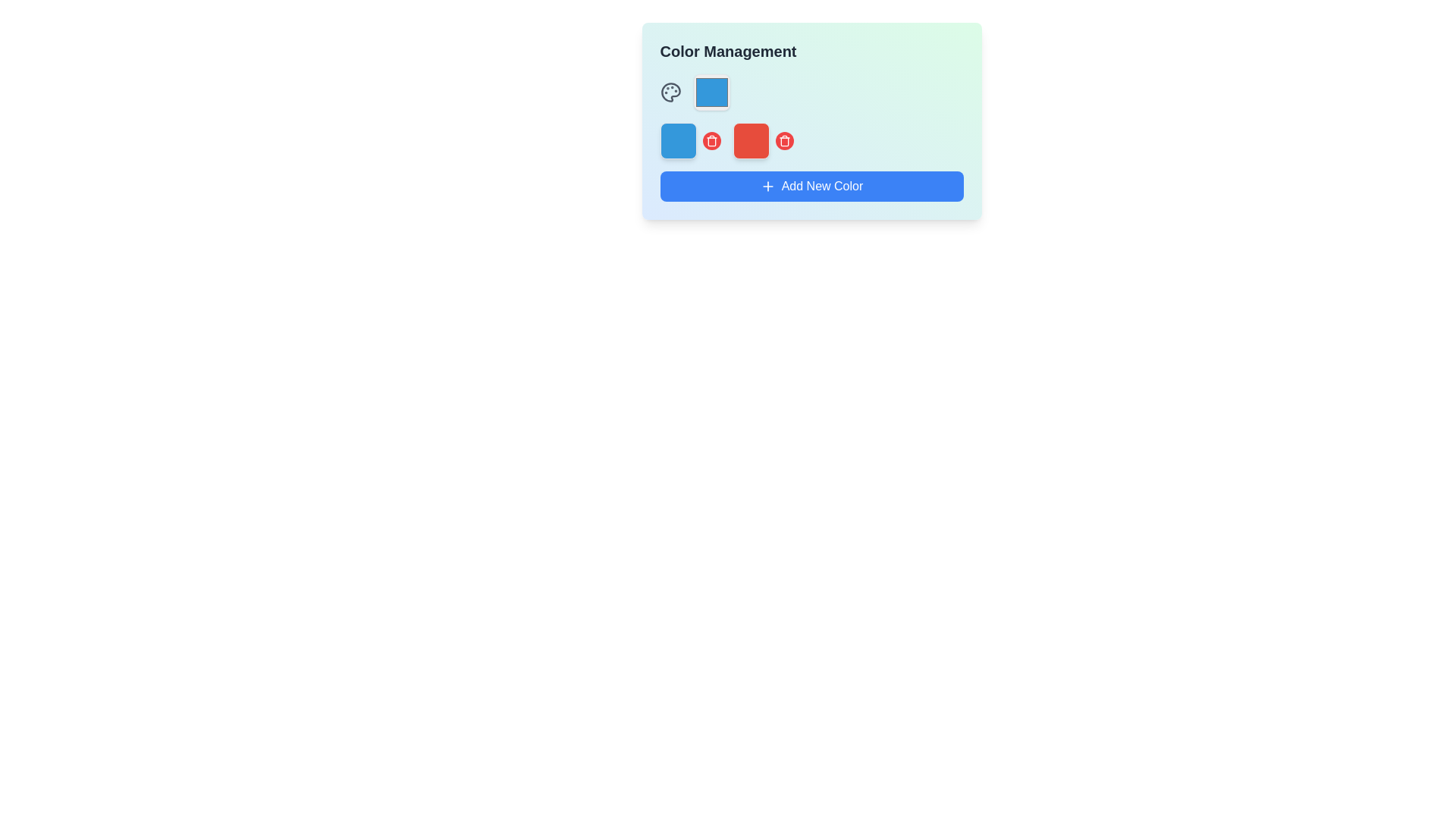 The image size is (1456, 819). Describe the element at coordinates (689, 140) in the screenshot. I see `the blue square color block with rounded corners located under the 'Color Management' heading` at that location.